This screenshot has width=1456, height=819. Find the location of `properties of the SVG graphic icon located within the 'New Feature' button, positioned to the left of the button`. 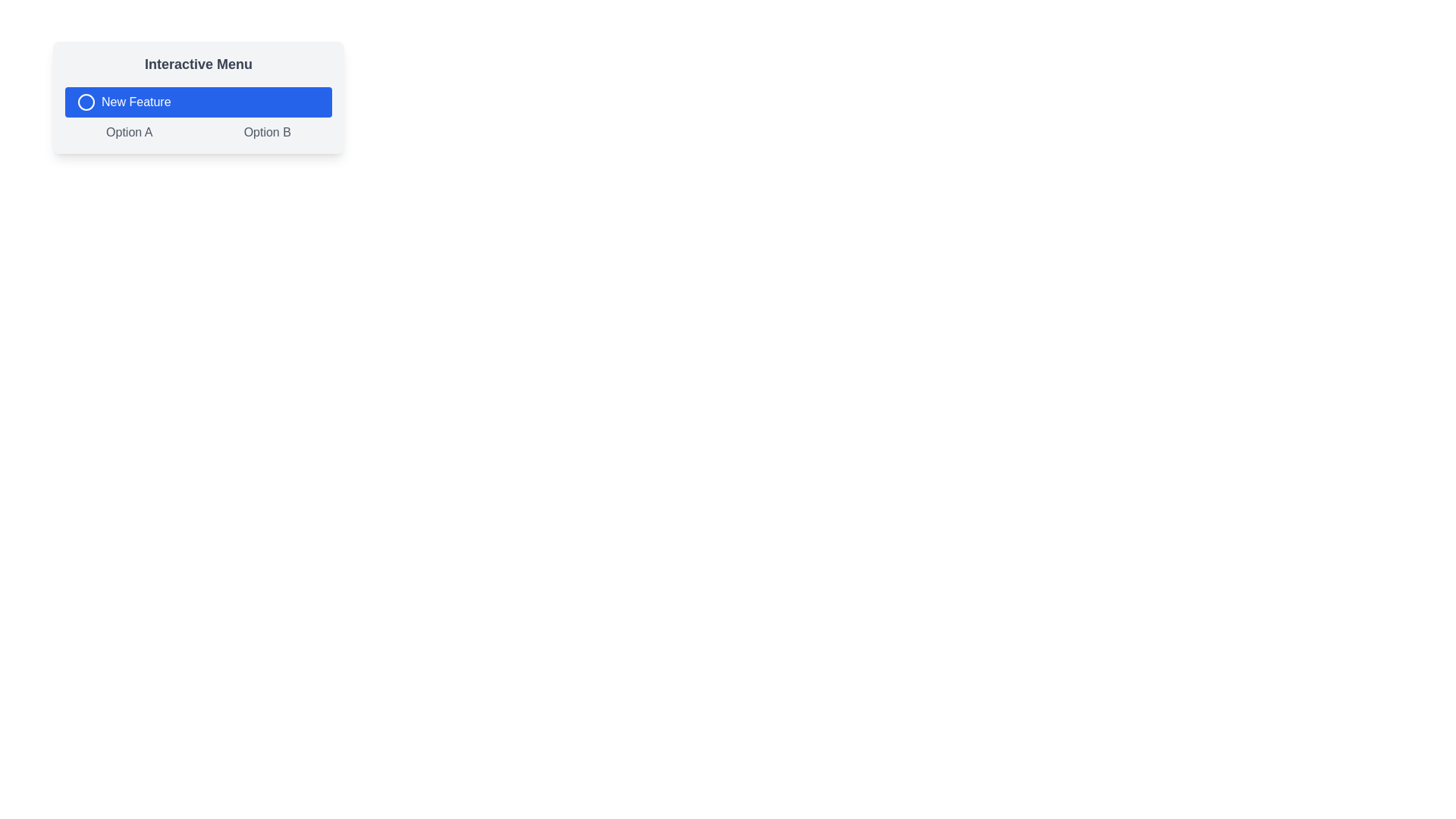

properties of the SVG graphic icon located within the 'New Feature' button, positioned to the left of the button is located at coordinates (86, 102).